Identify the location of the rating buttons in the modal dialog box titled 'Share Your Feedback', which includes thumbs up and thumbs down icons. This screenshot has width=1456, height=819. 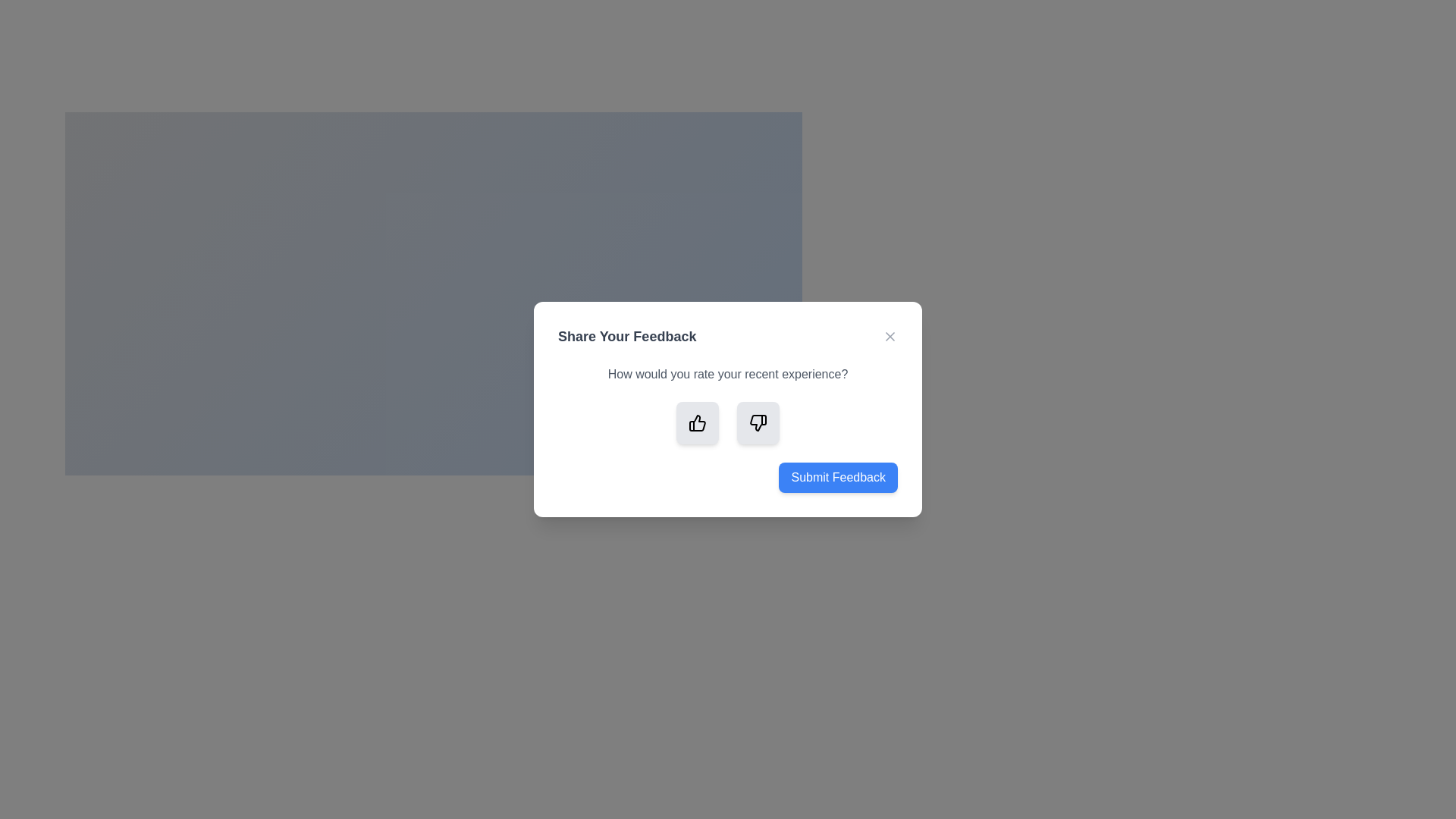
(728, 409).